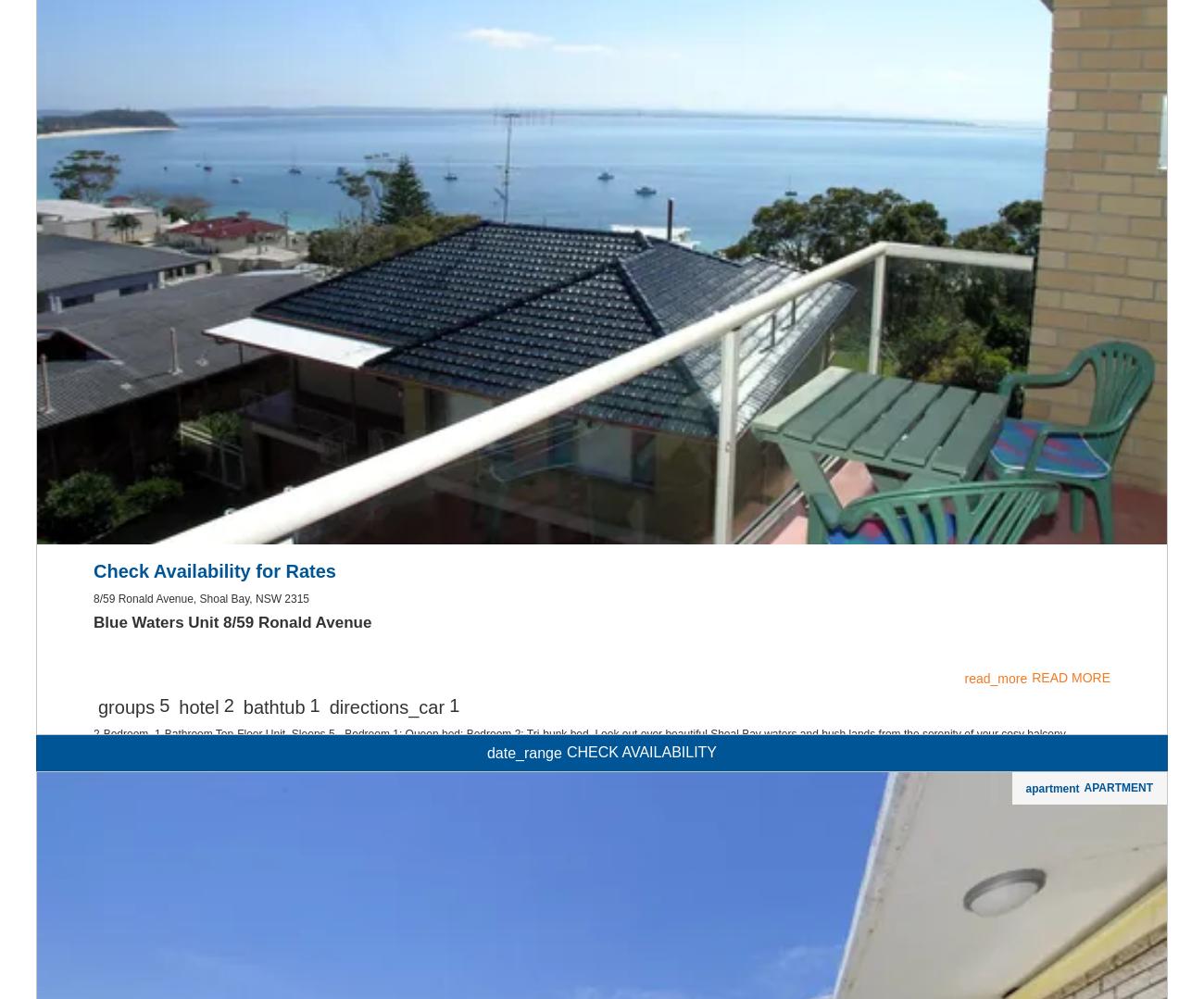 Image resolution: width=1204 pixels, height=999 pixels. What do you see at coordinates (200, 89) in the screenshot?
I see `'Apartment Features'` at bounding box center [200, 89].